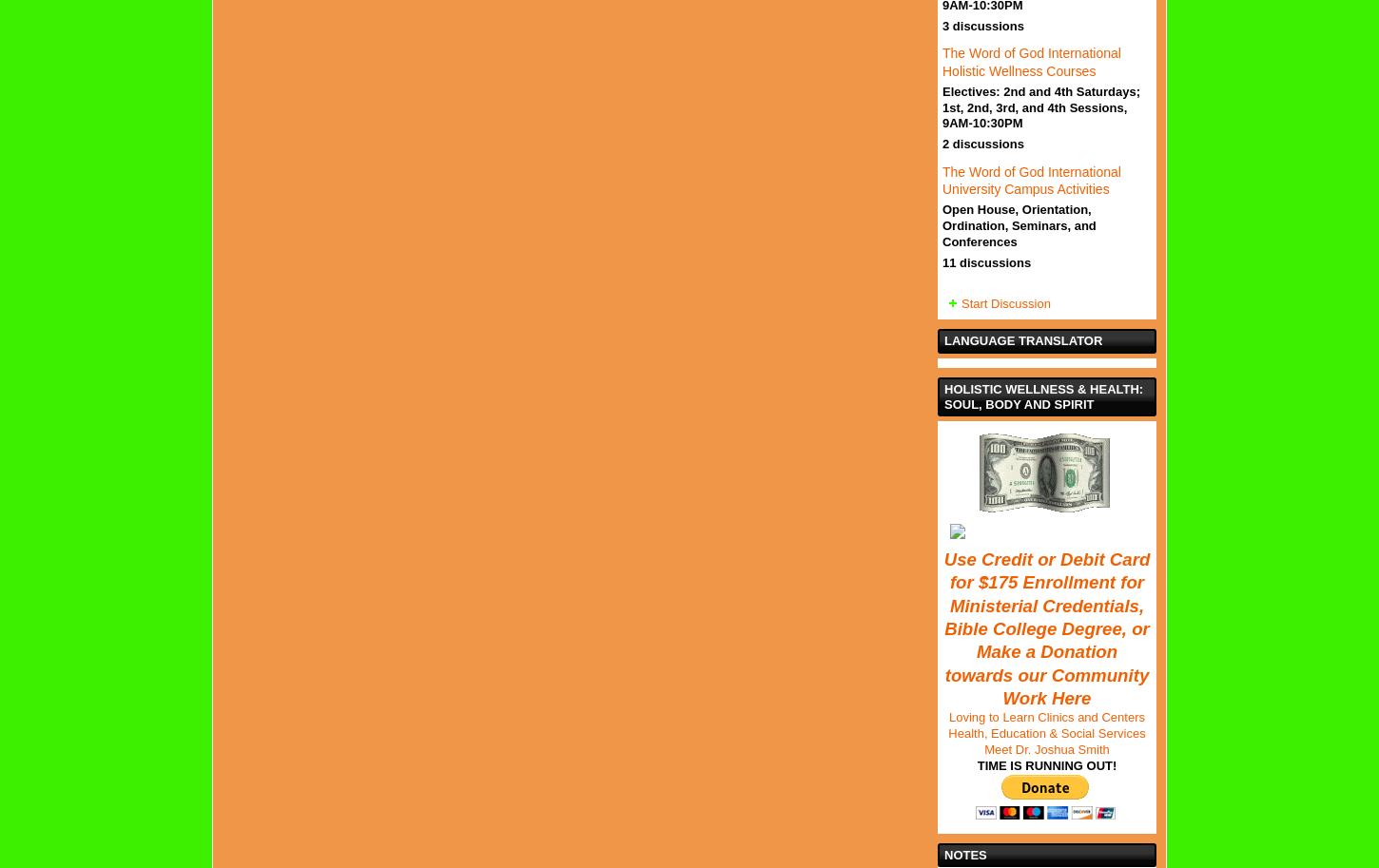 This screenshot has height=868, width=1379. What do you see at coordinates (942, 61) in the screenshot?
I see `'The Word of God International Holistic Wellness Courses'` at bounding box center [942, 61].